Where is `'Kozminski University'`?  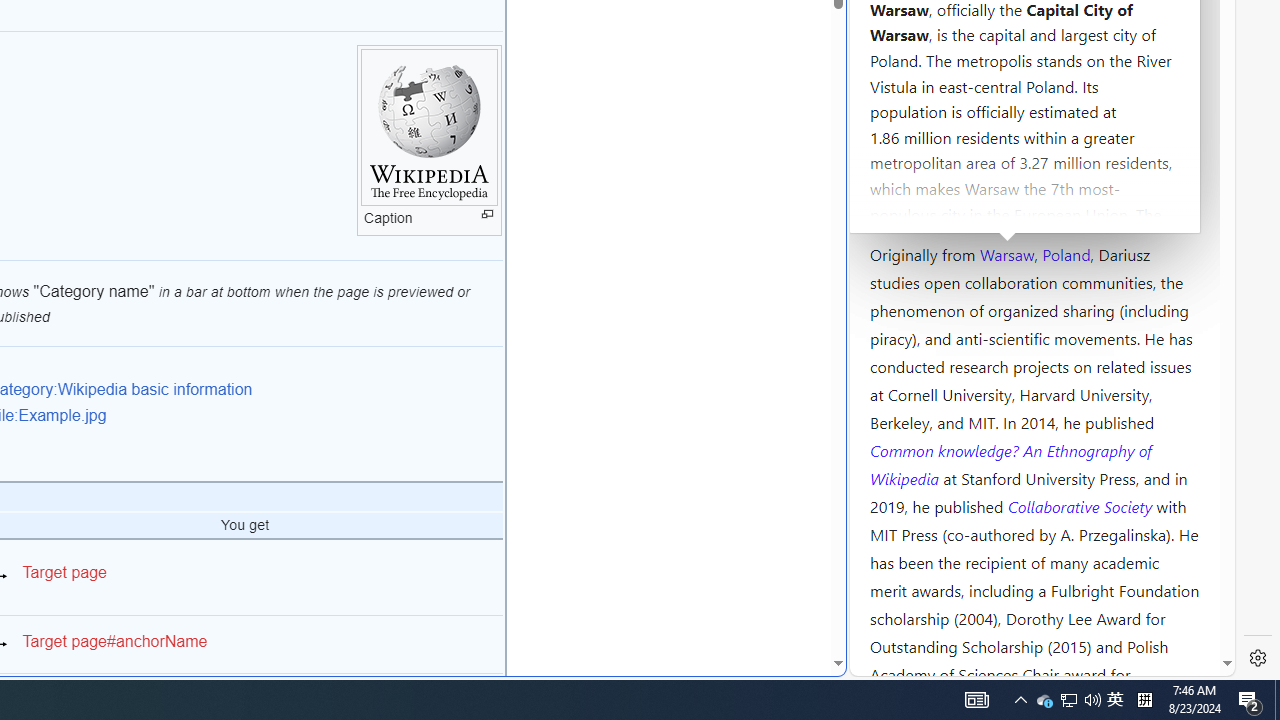
'Kozminski University' is located at coordinates (1034, 135).